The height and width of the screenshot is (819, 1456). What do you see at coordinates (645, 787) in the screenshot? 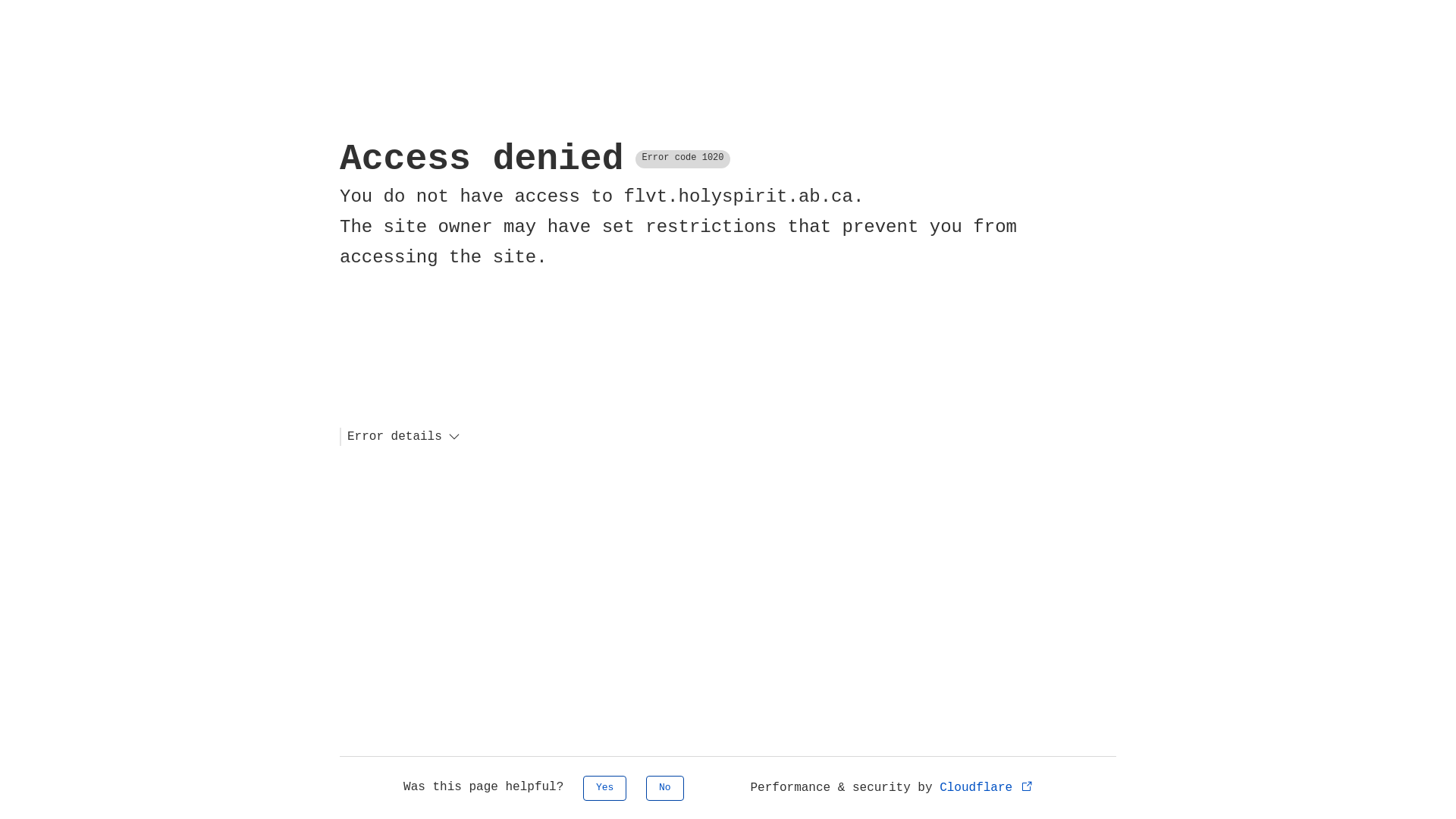
I see `'No'` at bounding box center [645, 787].